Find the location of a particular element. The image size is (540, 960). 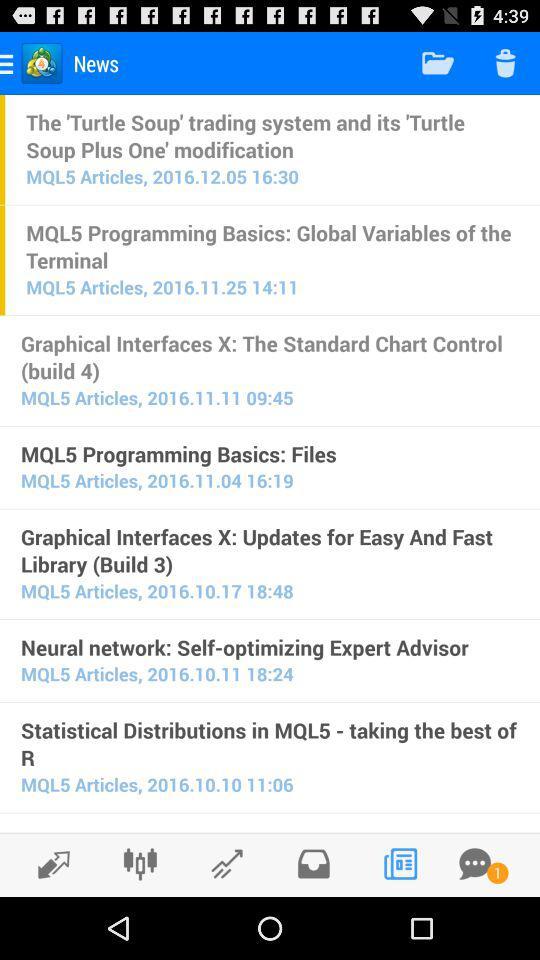

the quick evaluation of item is located at coordinates (270, 829).